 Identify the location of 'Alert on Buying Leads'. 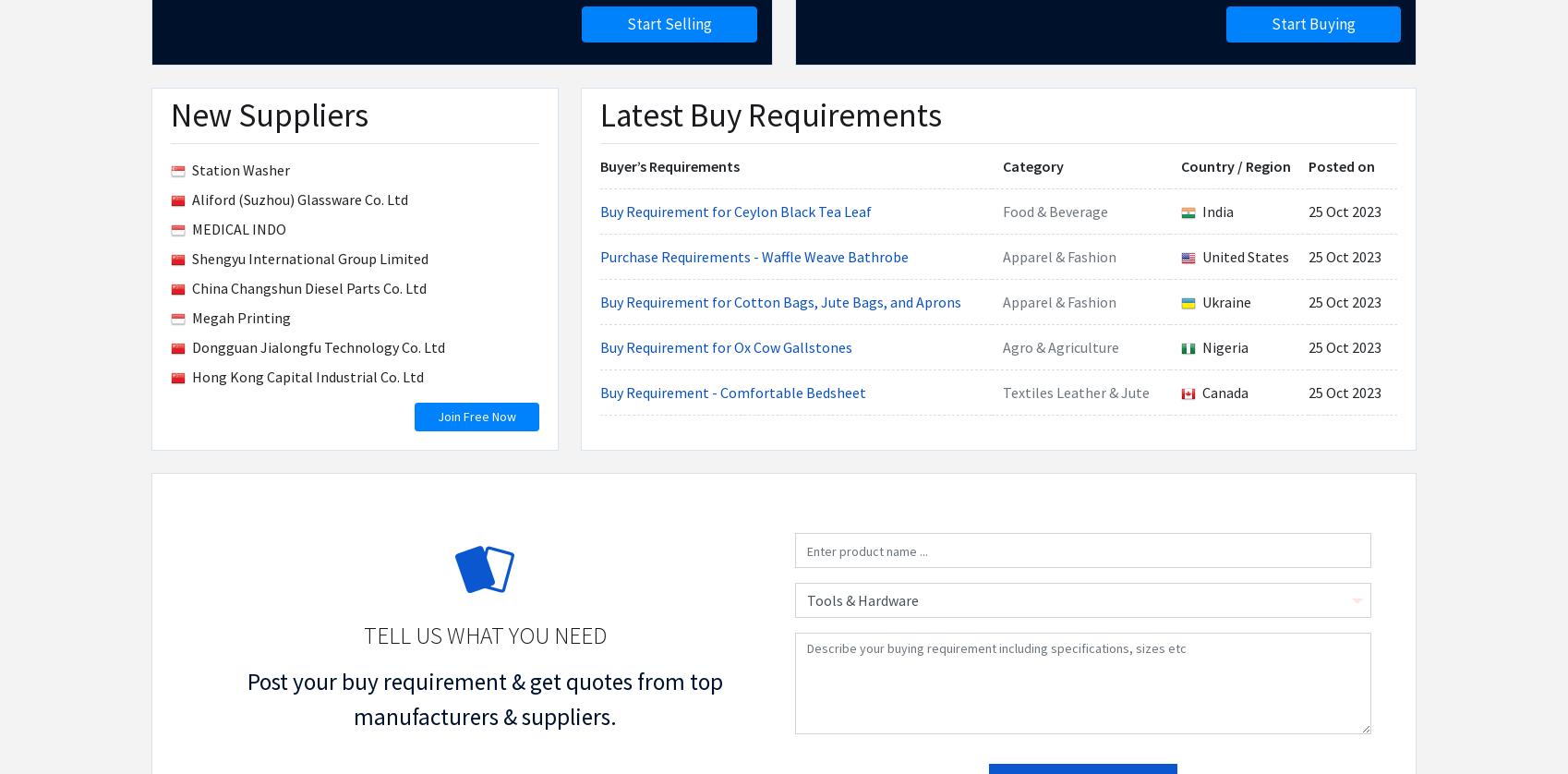
(528, 117).